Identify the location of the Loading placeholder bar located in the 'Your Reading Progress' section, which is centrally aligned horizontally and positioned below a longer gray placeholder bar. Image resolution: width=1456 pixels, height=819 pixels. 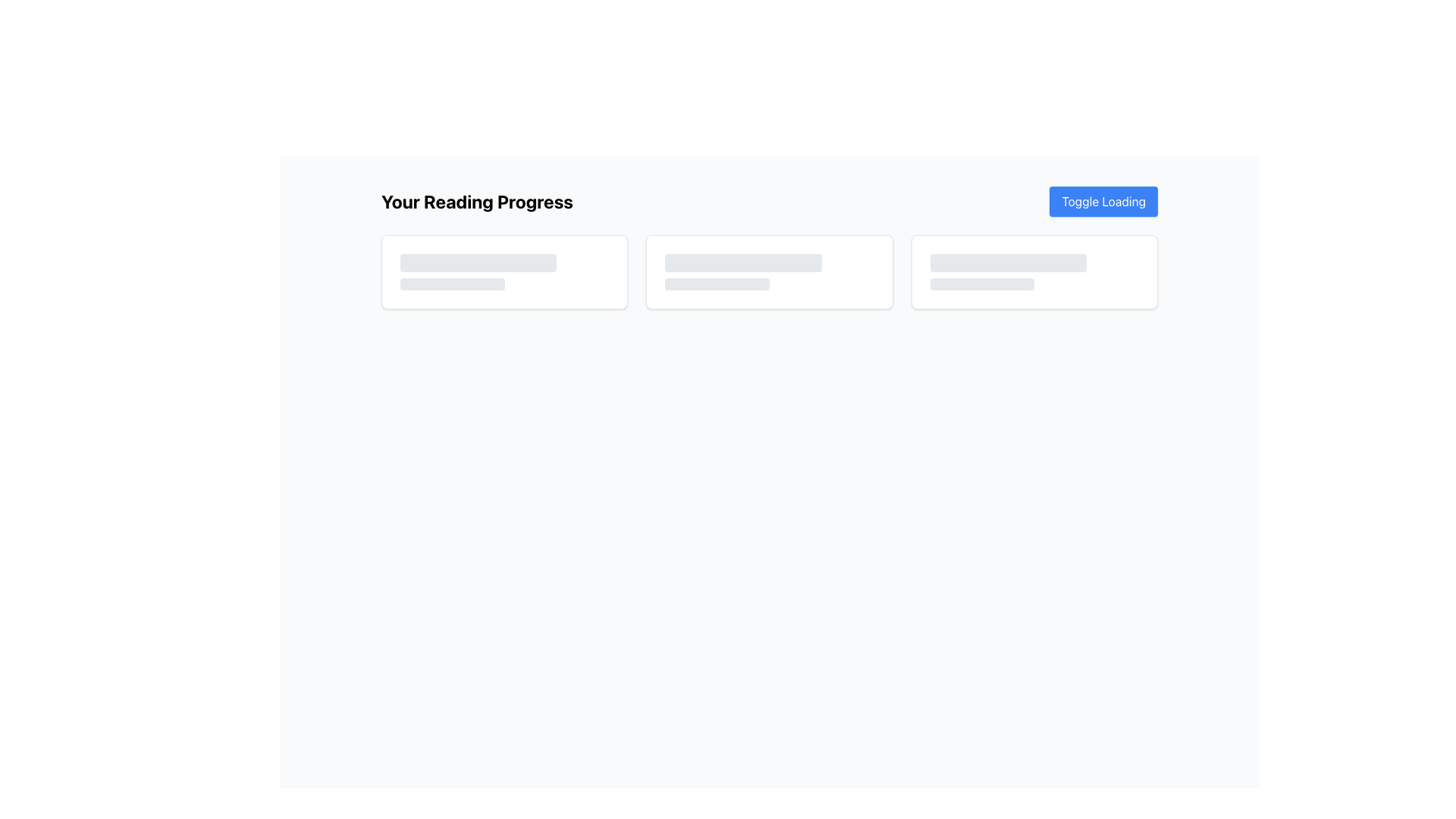
(451, 284).